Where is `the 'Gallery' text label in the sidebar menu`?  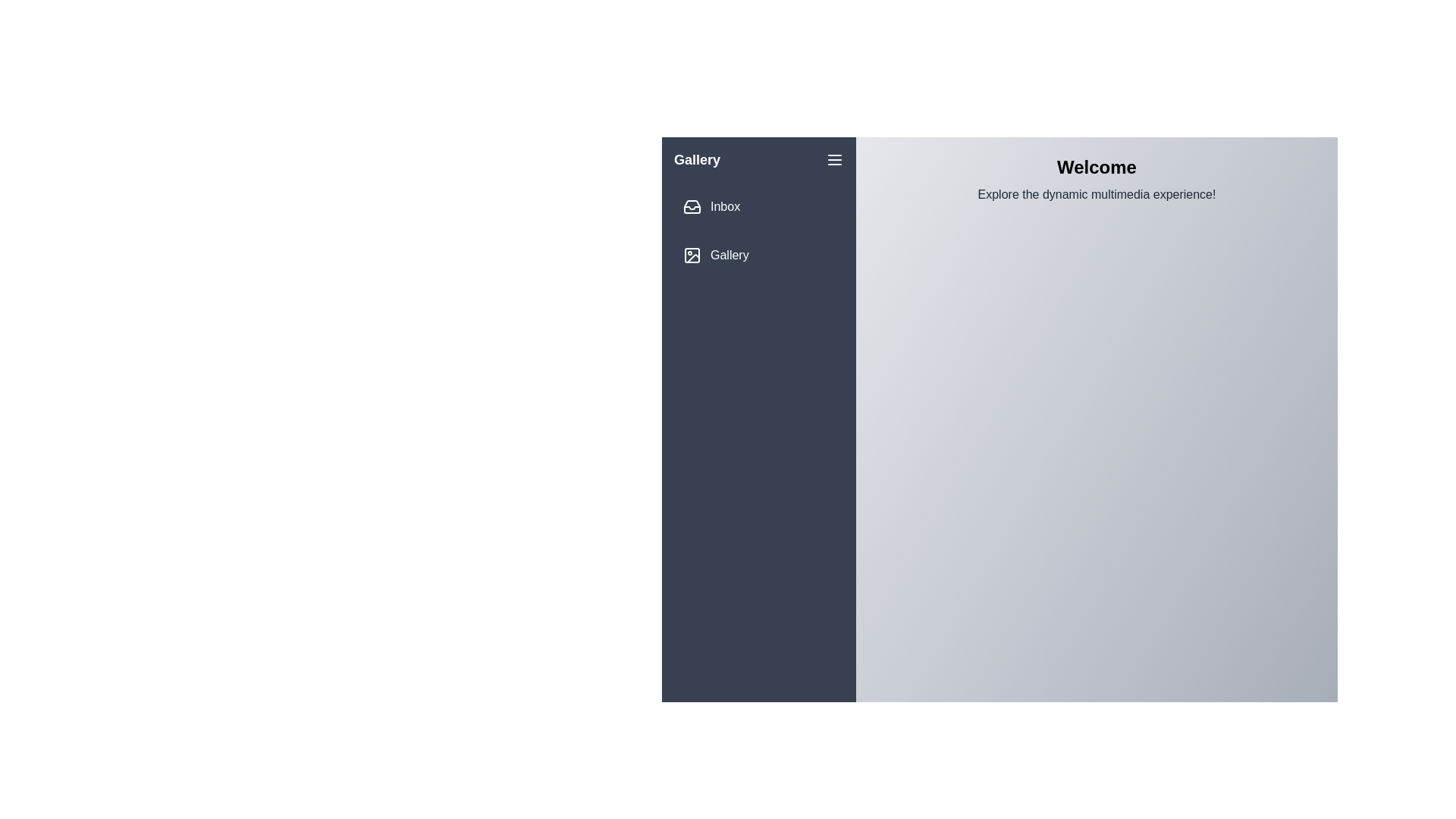
the 'Gallery' text label in the sidebar menu is located at coordinates (730, 254).